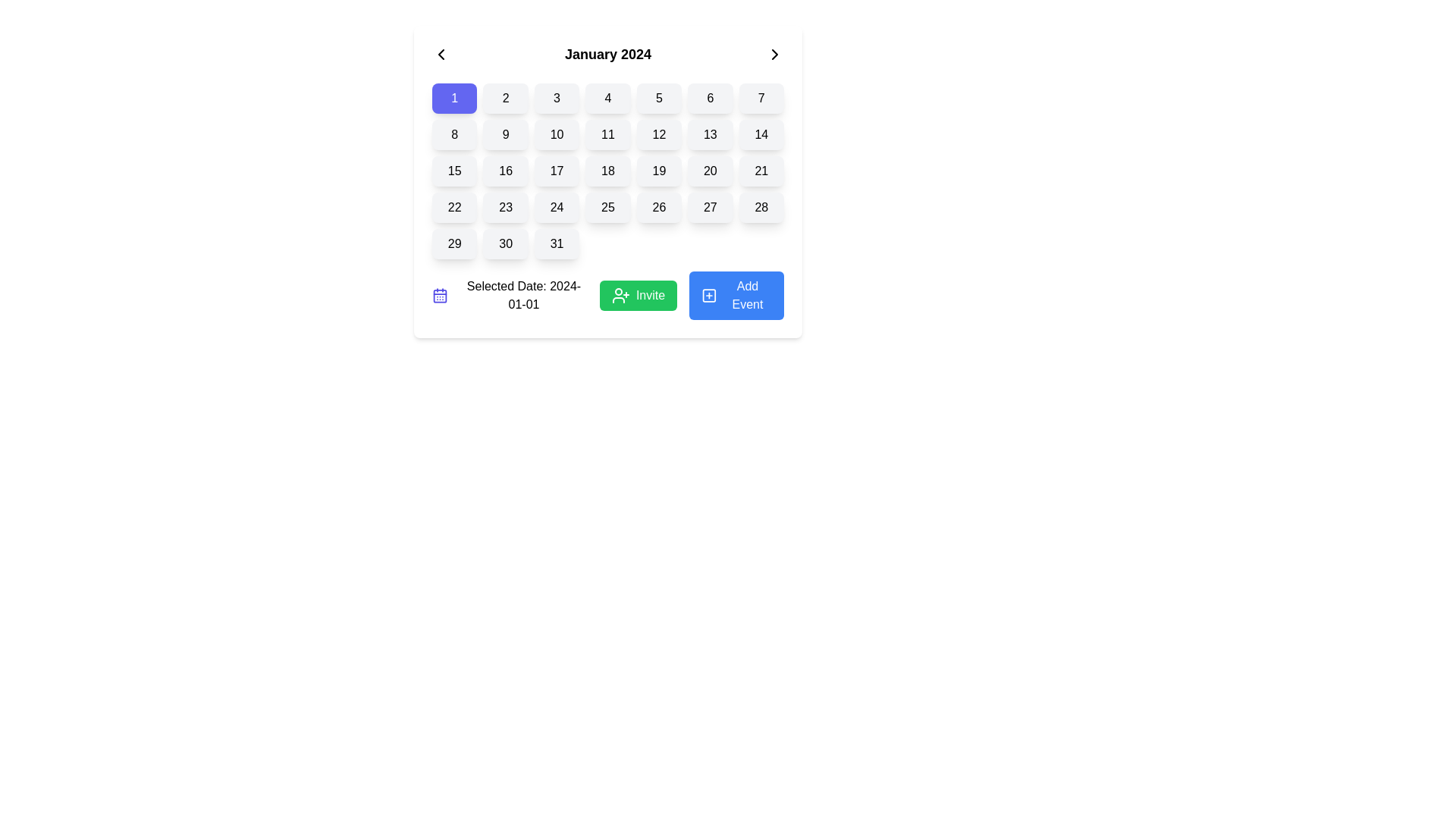 The height and width of the screenshot is (819, 1456). What do you see at coordinates (607, 295) in the screenshot?
I see `the green Invite button located in the horizontal layout near the bottom of the card-like layout presenting the monthly calendar` at bounding box center [607, 295].